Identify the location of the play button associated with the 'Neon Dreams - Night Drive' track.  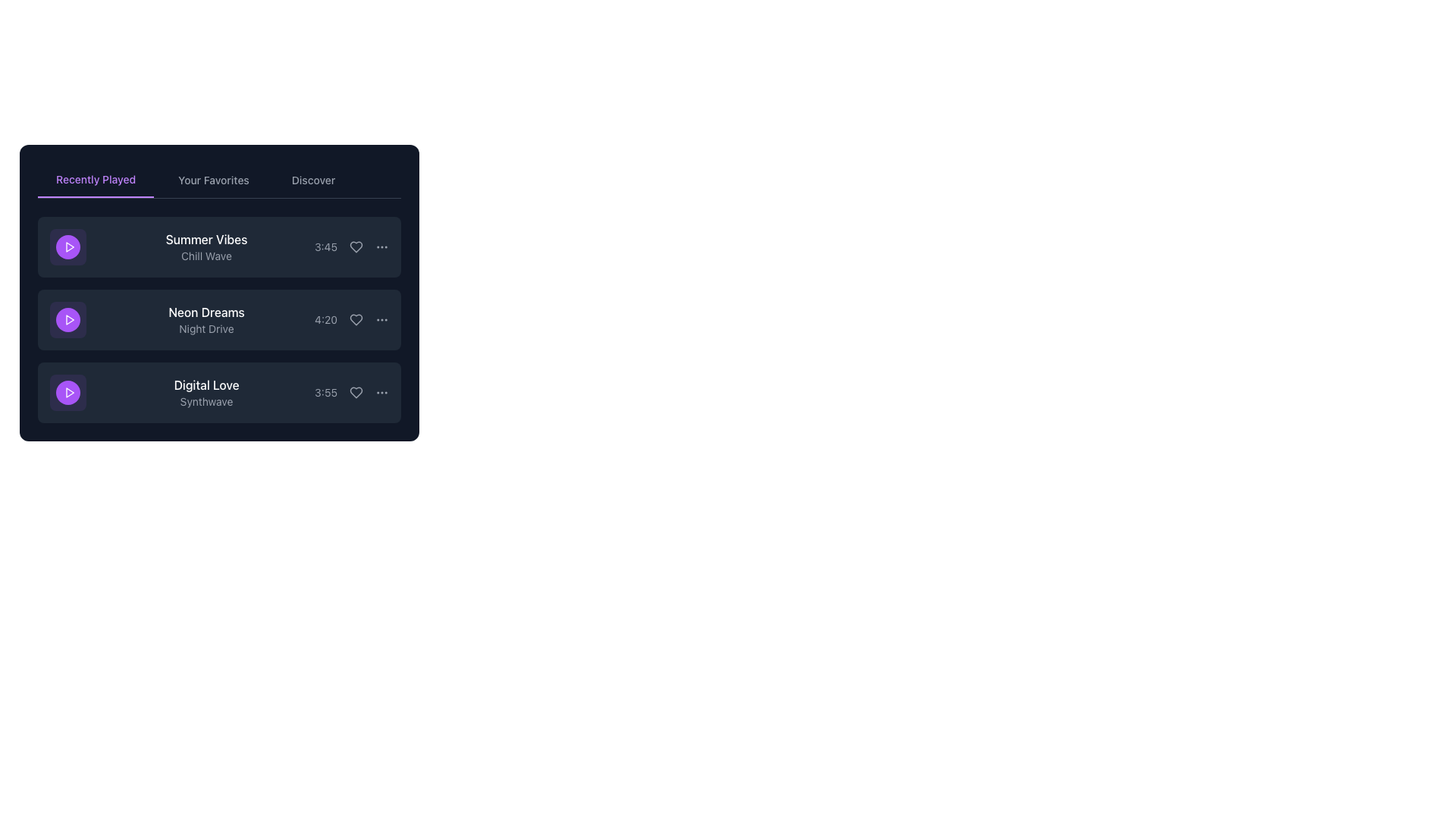
(69, 318).